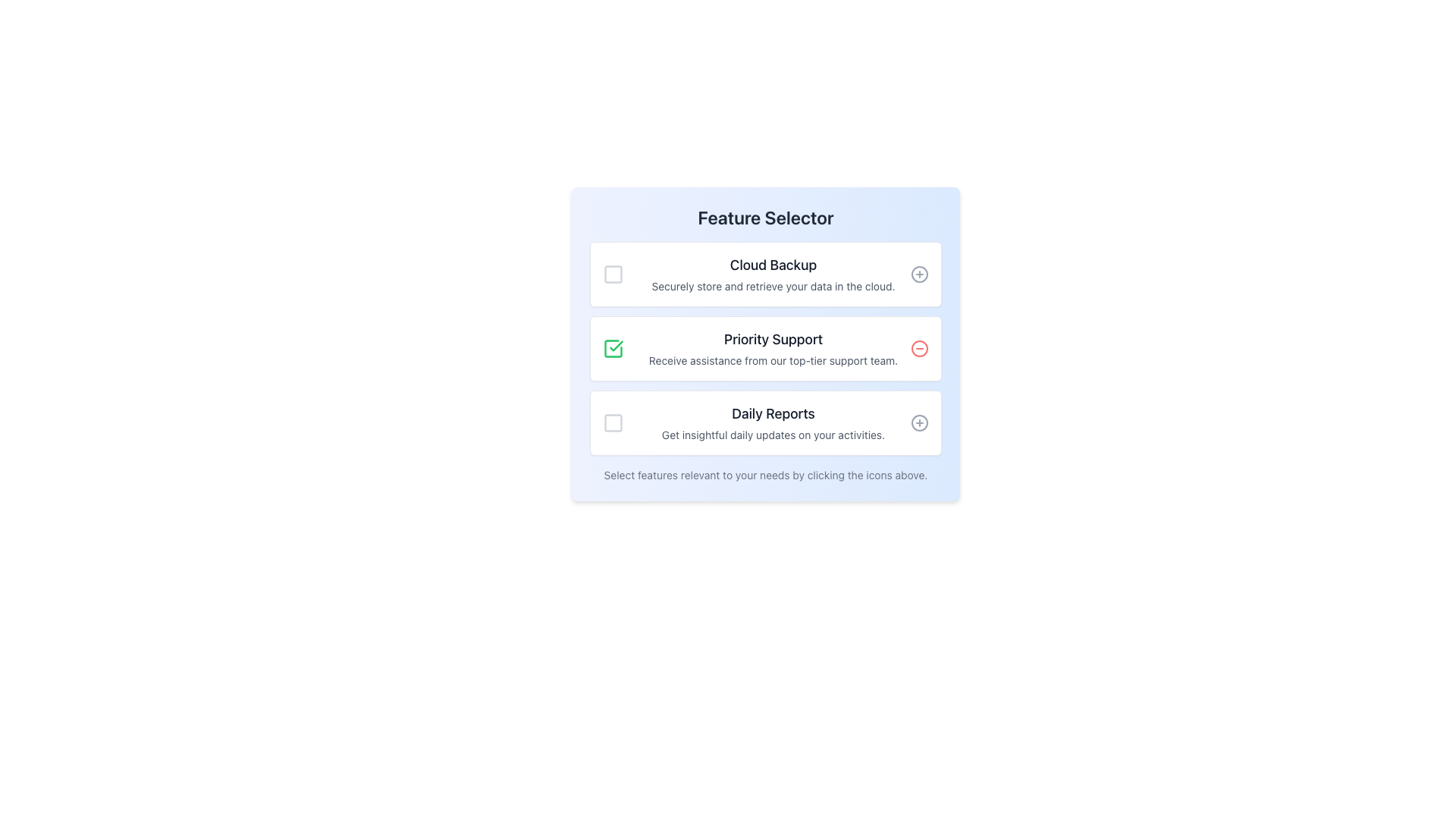  Describe the element at coordinates (773, 414) in the screenshot. I see `the static text label displaying 'Daily Reports' located in the third row of the 'Feature Selector' options list, positioned to the right of a checkbox` at that location.